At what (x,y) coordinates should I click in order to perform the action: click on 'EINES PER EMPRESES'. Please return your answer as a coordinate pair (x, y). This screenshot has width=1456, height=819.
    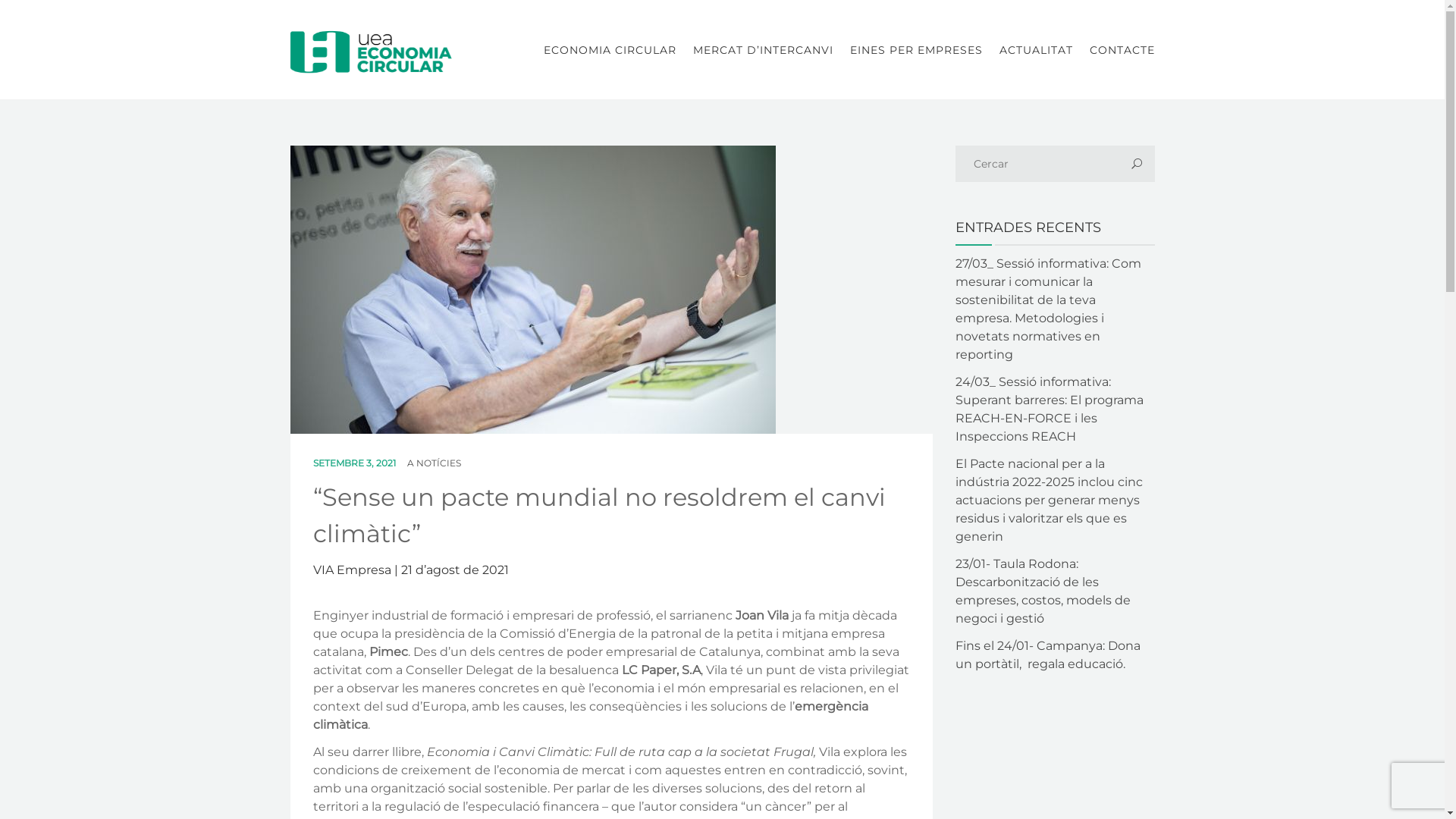
    Looking at the image, I should click on (915, 49).